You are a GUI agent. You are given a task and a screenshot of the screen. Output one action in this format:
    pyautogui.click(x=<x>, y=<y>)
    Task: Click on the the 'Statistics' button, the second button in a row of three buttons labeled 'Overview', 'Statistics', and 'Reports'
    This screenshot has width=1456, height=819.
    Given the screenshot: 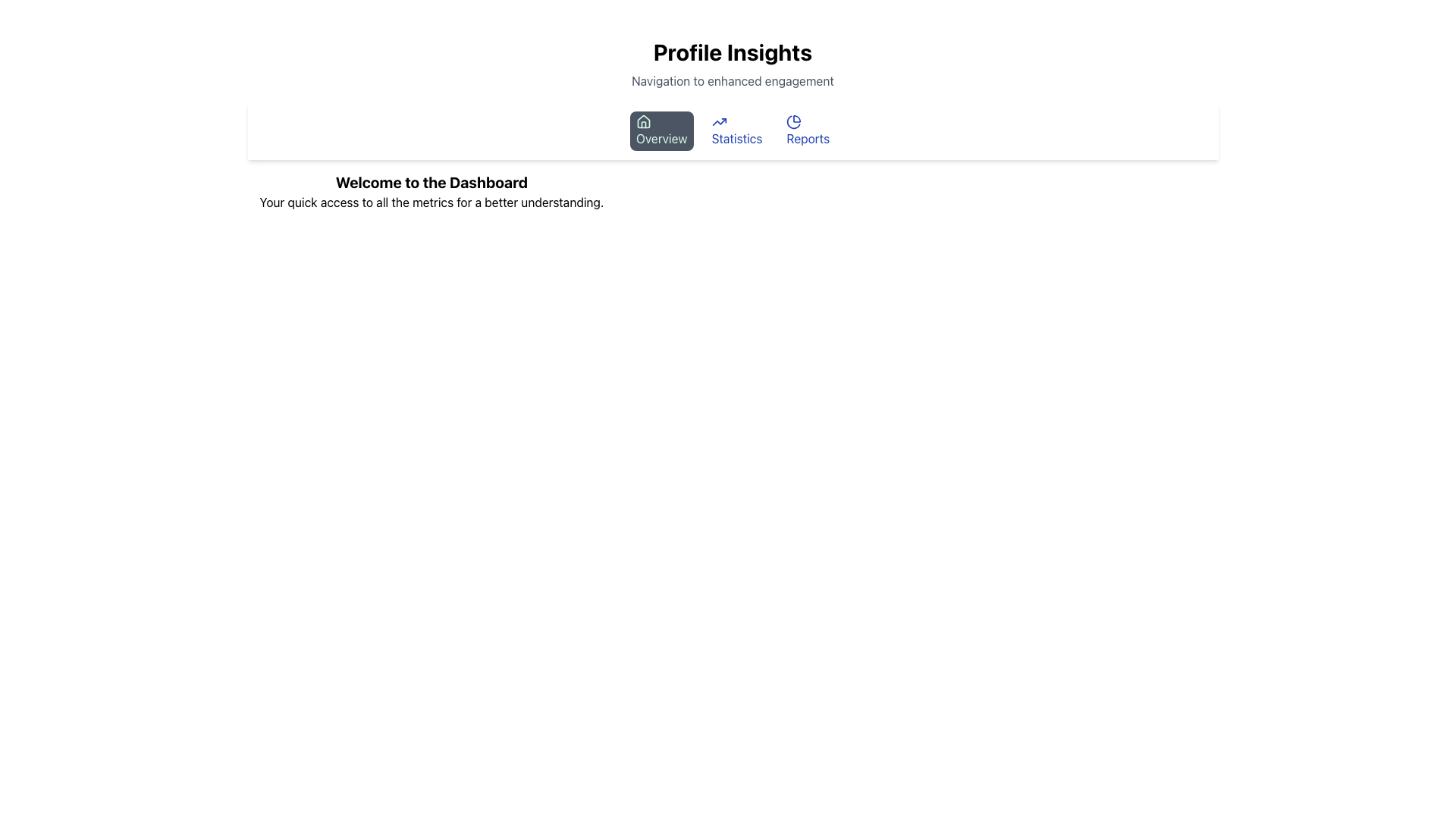 What is the action you would take?
    pyautogui.click(x=736, y=130)
    